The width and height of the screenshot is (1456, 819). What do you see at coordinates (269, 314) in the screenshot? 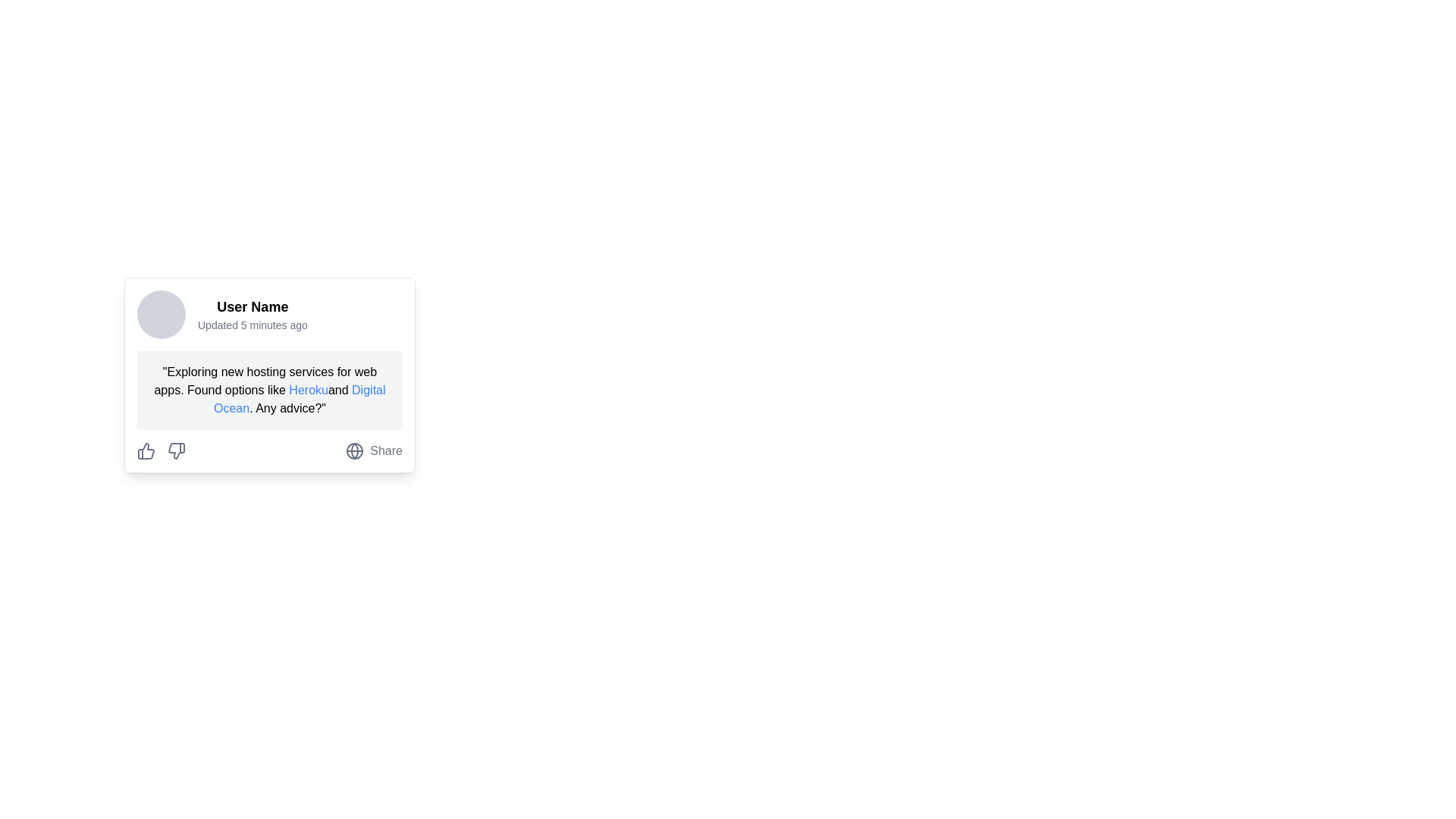
I see `information displayed in the Profile Information Display, which includes the user's name and the last updated time, located at the specified coordinates` at bounding box center [269, 314].